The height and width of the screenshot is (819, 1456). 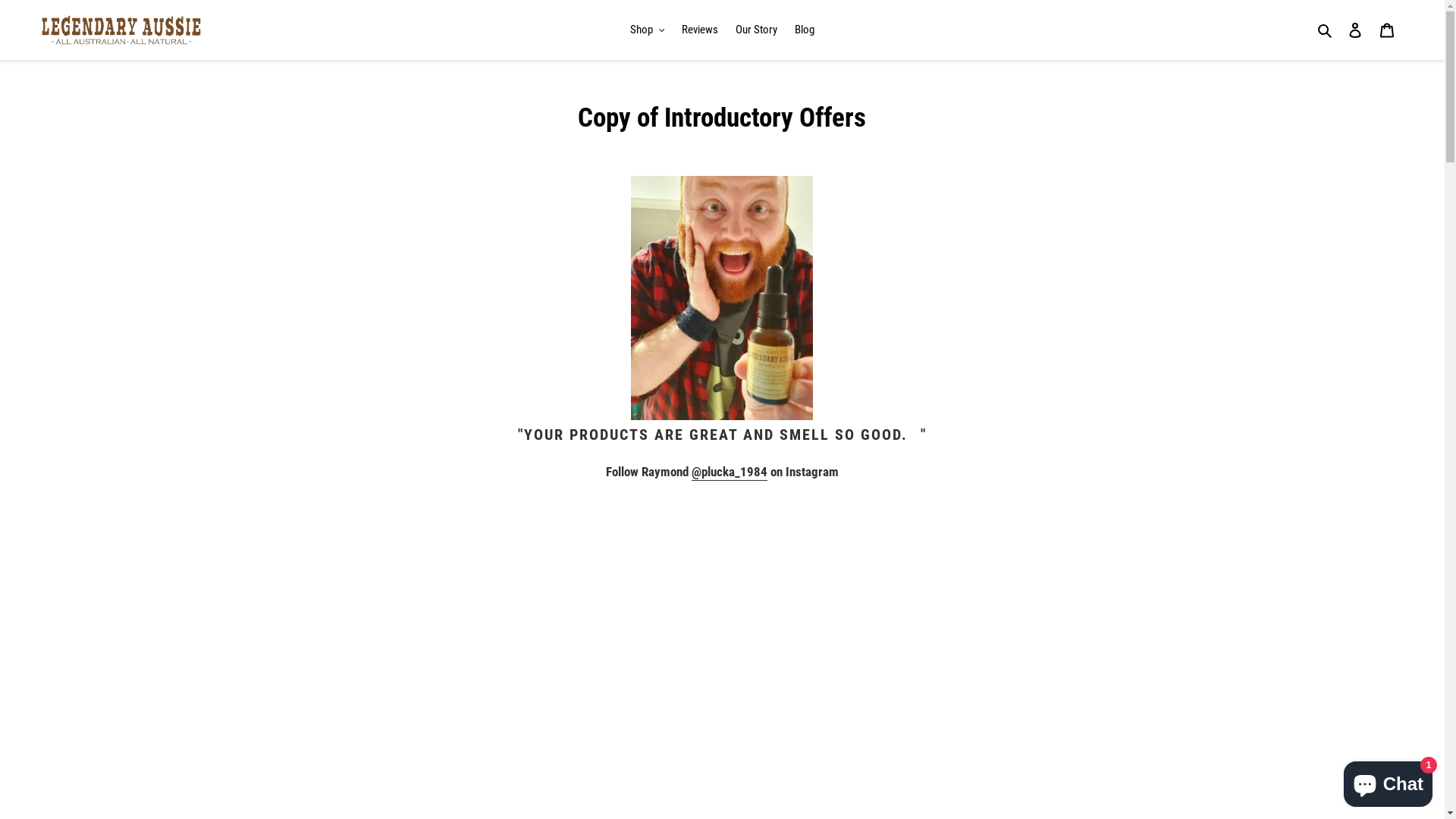 What do you see at coordinates (698, 30) in the screenshot?
I see `'Reviews'` at bounding box center [698, 30].